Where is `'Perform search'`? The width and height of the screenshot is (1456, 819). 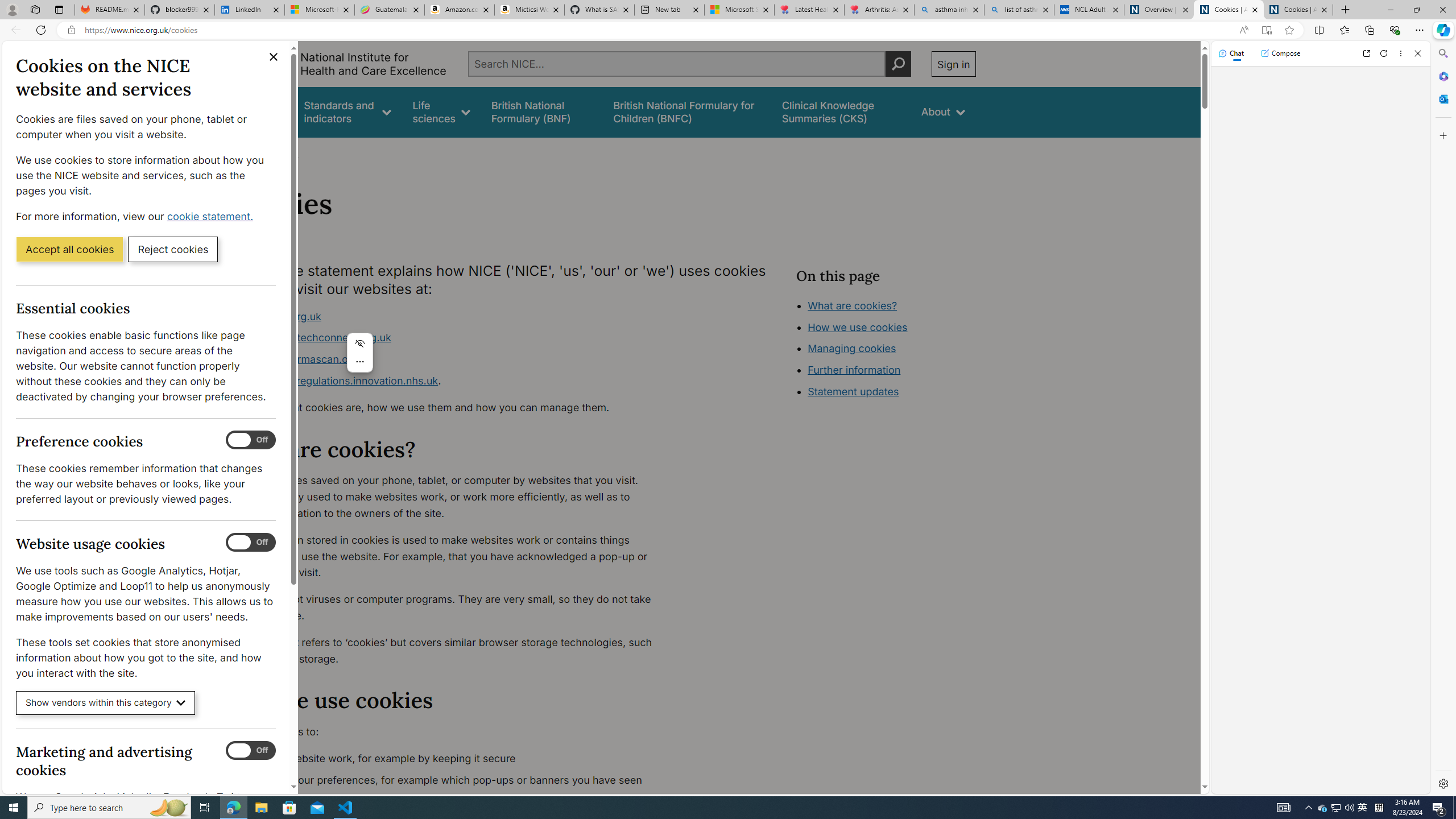
'Perform search' is located at coordinates (897, 63).